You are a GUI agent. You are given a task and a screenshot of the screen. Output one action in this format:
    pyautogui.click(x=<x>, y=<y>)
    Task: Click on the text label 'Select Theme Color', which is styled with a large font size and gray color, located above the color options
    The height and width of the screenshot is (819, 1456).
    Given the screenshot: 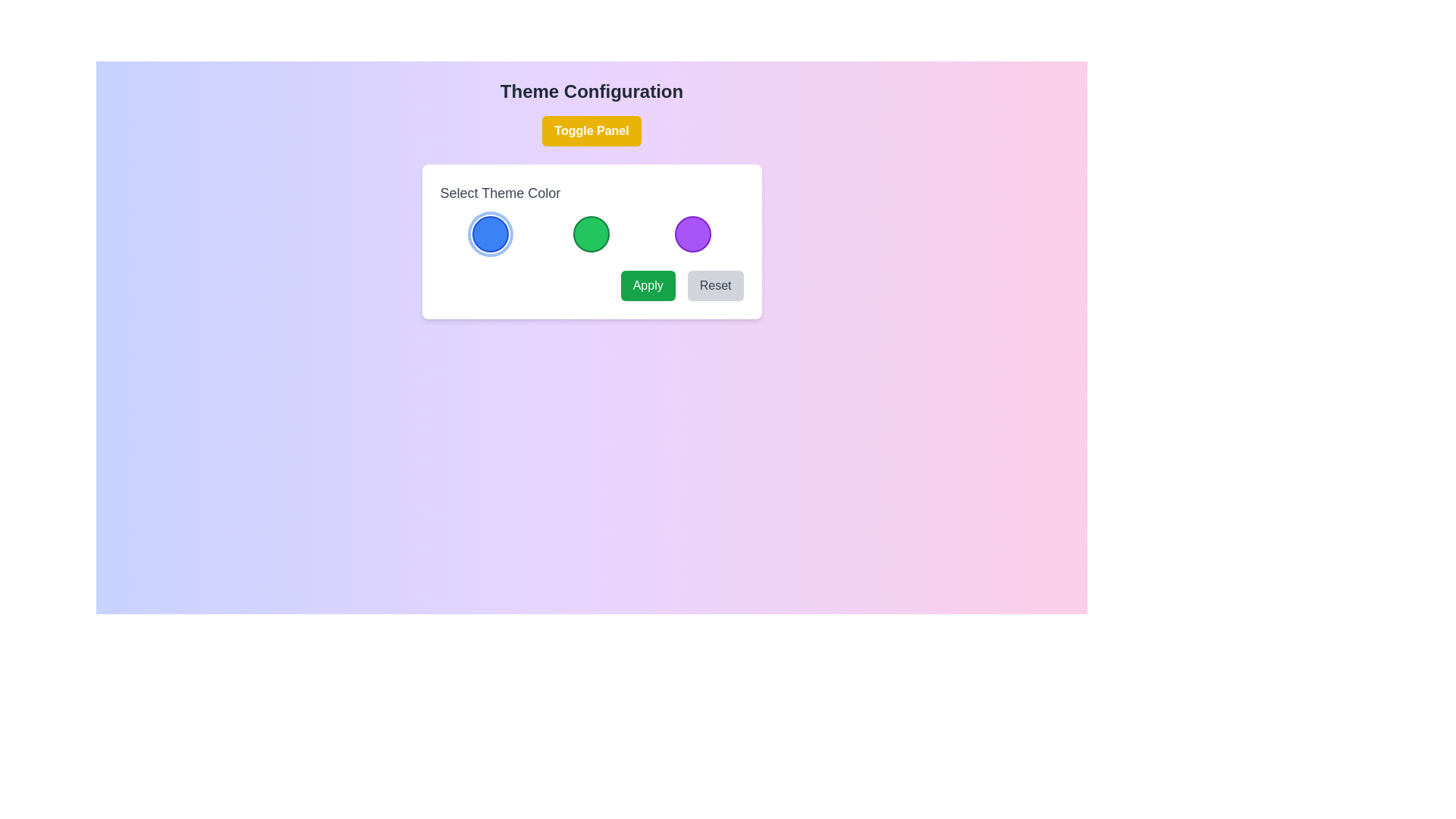 What is the action you would take?
    pyautogui.click(x=500, y=192)
    